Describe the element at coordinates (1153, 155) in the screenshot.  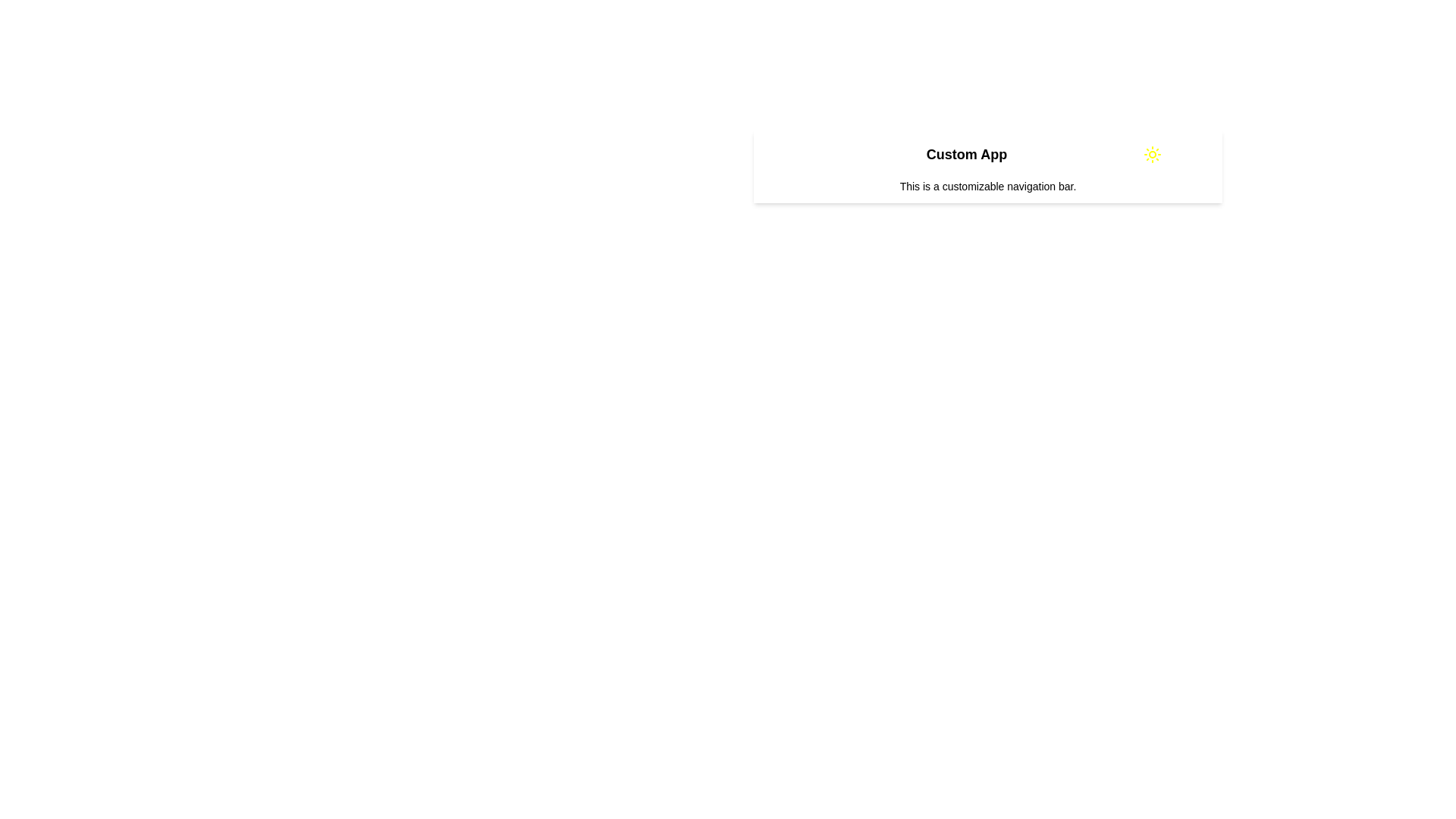
I see `the mode switch button to toggle between dark and light mode` at that location.